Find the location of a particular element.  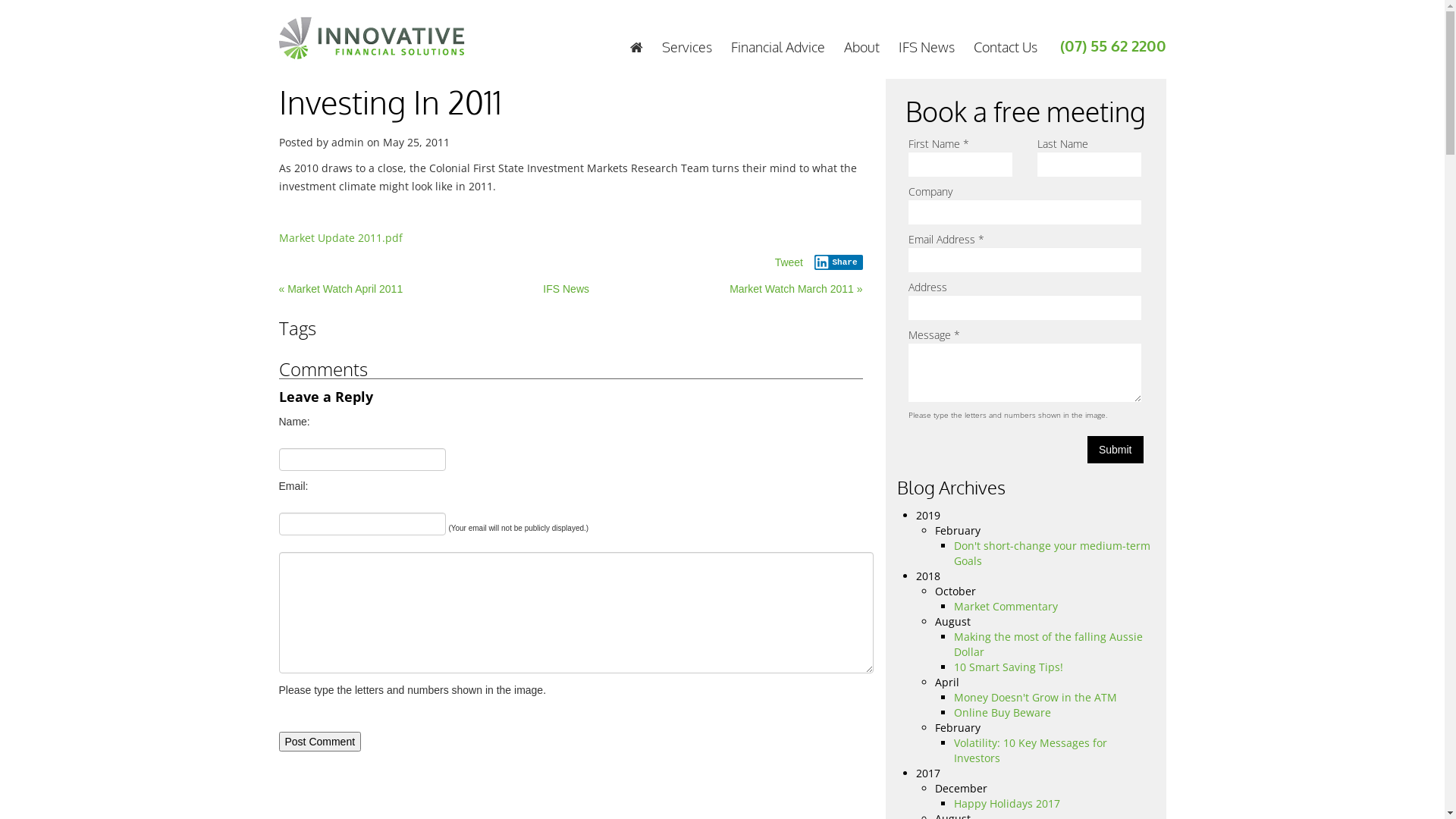

'Market Update 2011.pdf' is located at coordinates (340, 237).